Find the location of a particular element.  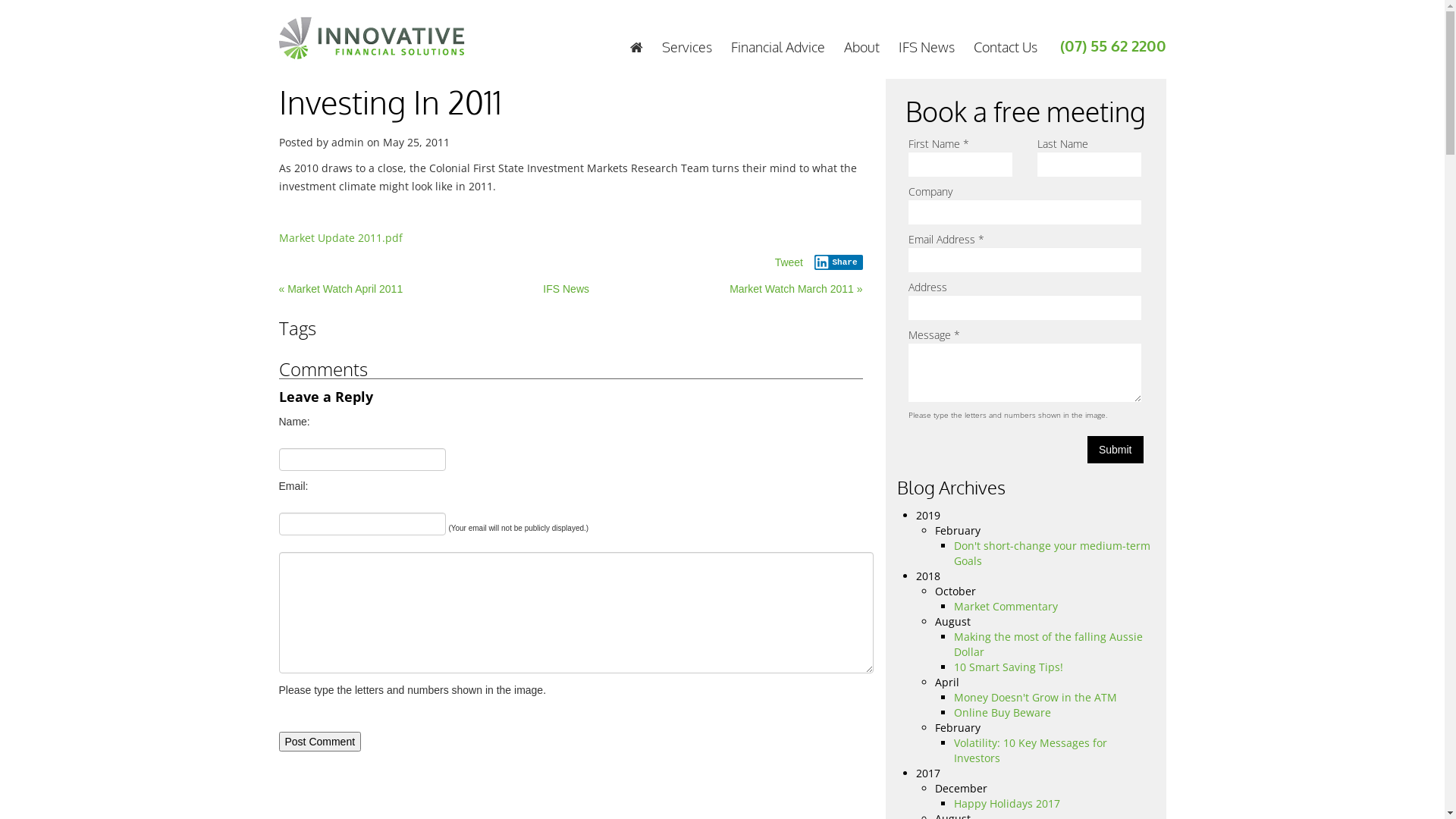

'Market Update 2011.pdf' is located at coordinates (340, 237).